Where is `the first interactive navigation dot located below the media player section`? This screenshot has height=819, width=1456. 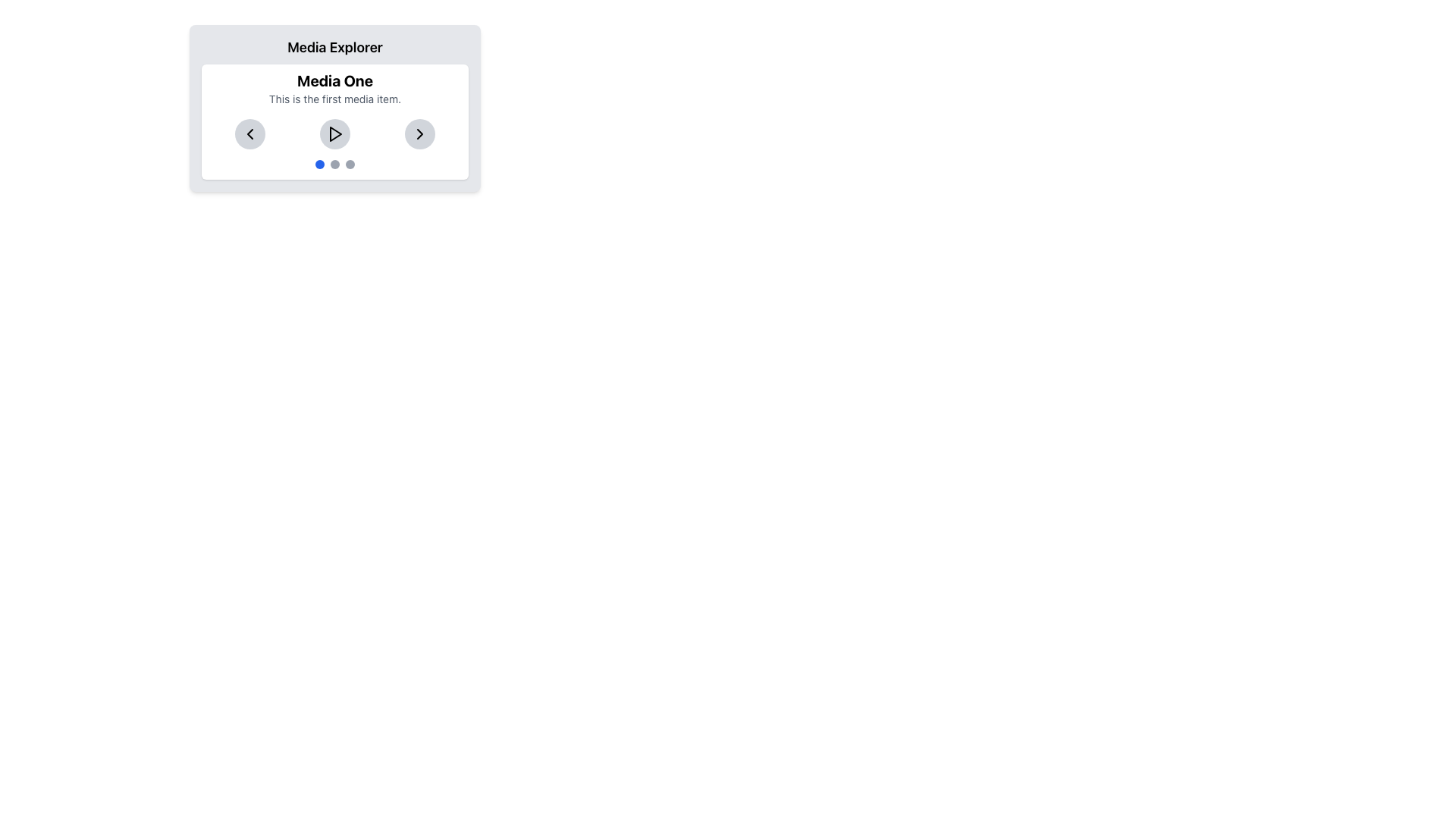
the first interactive navigation dot located below the media player section is located at coordinates (319, 164).